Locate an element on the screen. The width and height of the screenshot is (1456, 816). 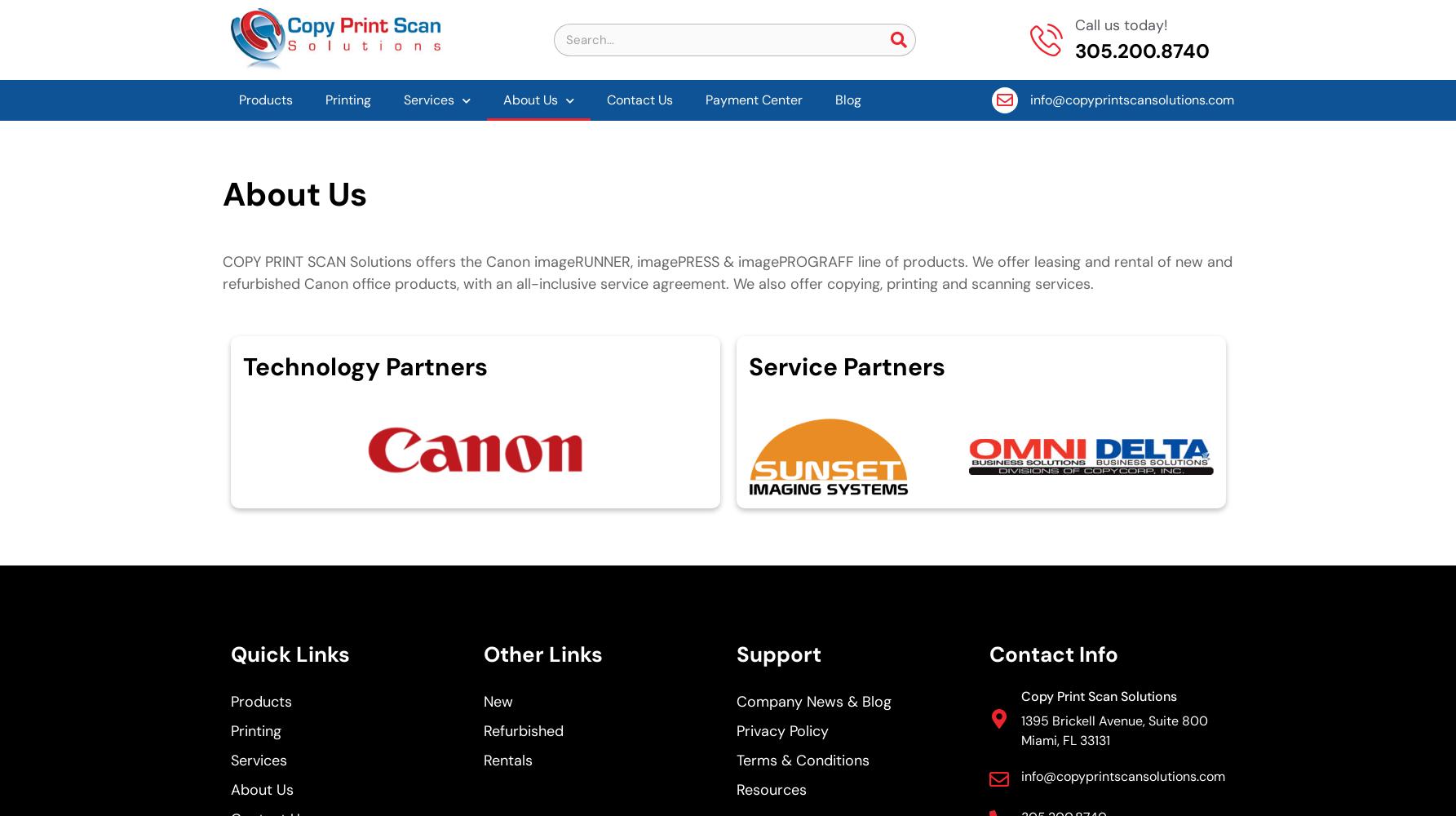
'Other Links' is located at coordinates (541, 654).